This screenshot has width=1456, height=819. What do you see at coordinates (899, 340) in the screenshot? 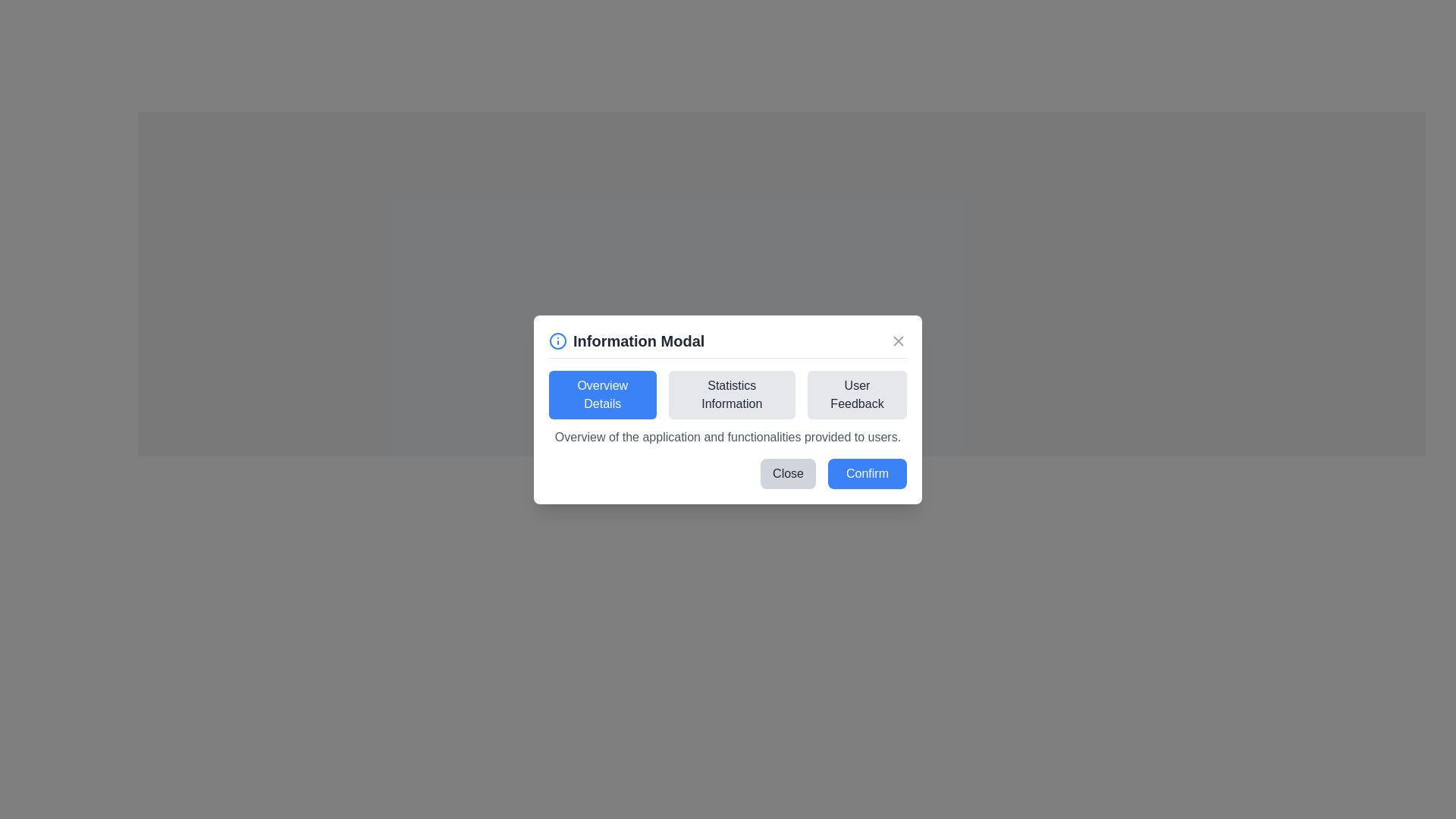
I see `the close icon represented by an 'X' in the upper-right corner of the Information Modal to trigger potential visual feedback` at bounding box center [899, 340].